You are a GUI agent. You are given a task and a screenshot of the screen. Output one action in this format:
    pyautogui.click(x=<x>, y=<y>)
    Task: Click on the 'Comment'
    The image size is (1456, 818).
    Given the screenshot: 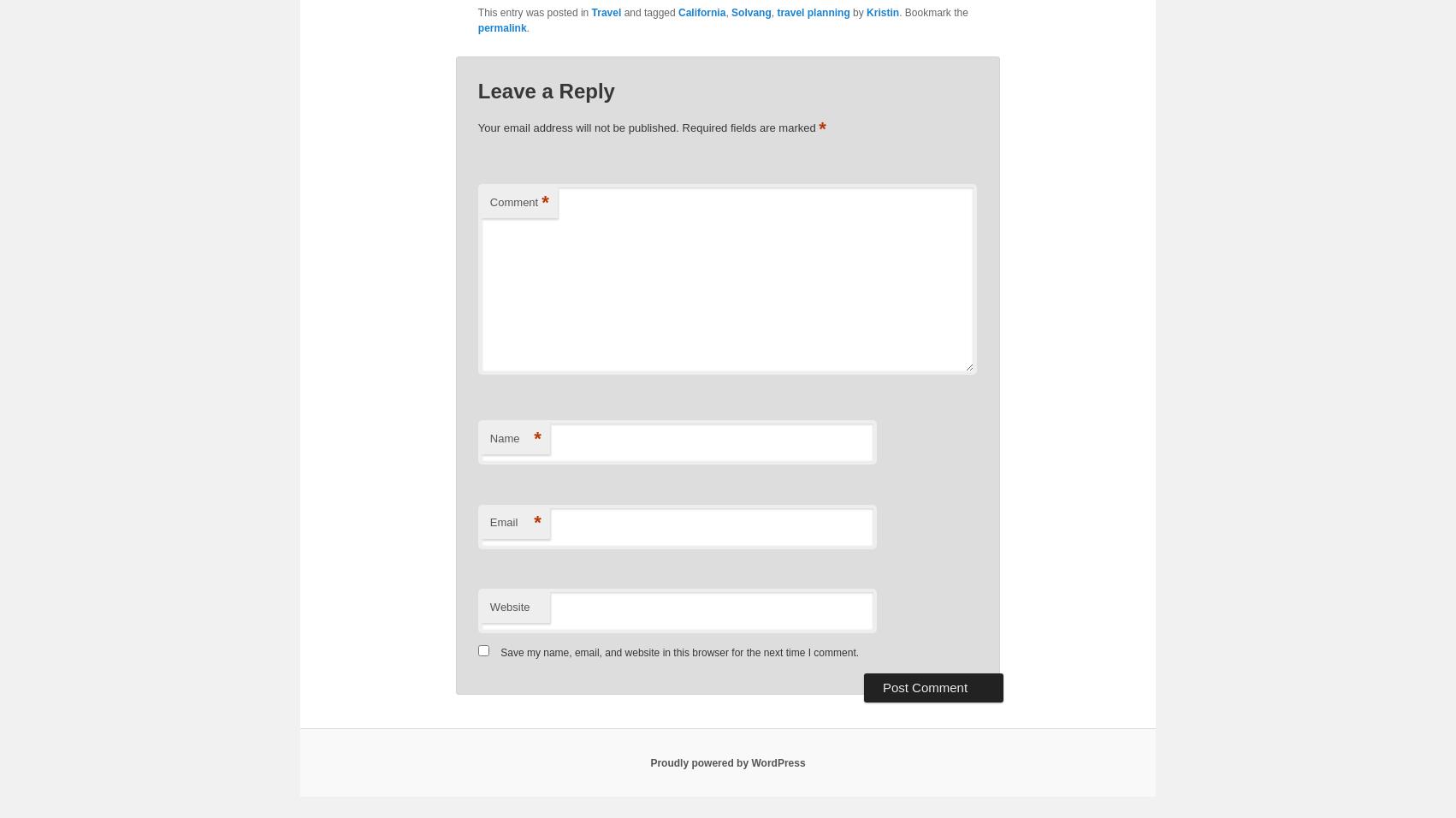 What is the action you would take?
    pyautogui.click(x=513, y=201)
    